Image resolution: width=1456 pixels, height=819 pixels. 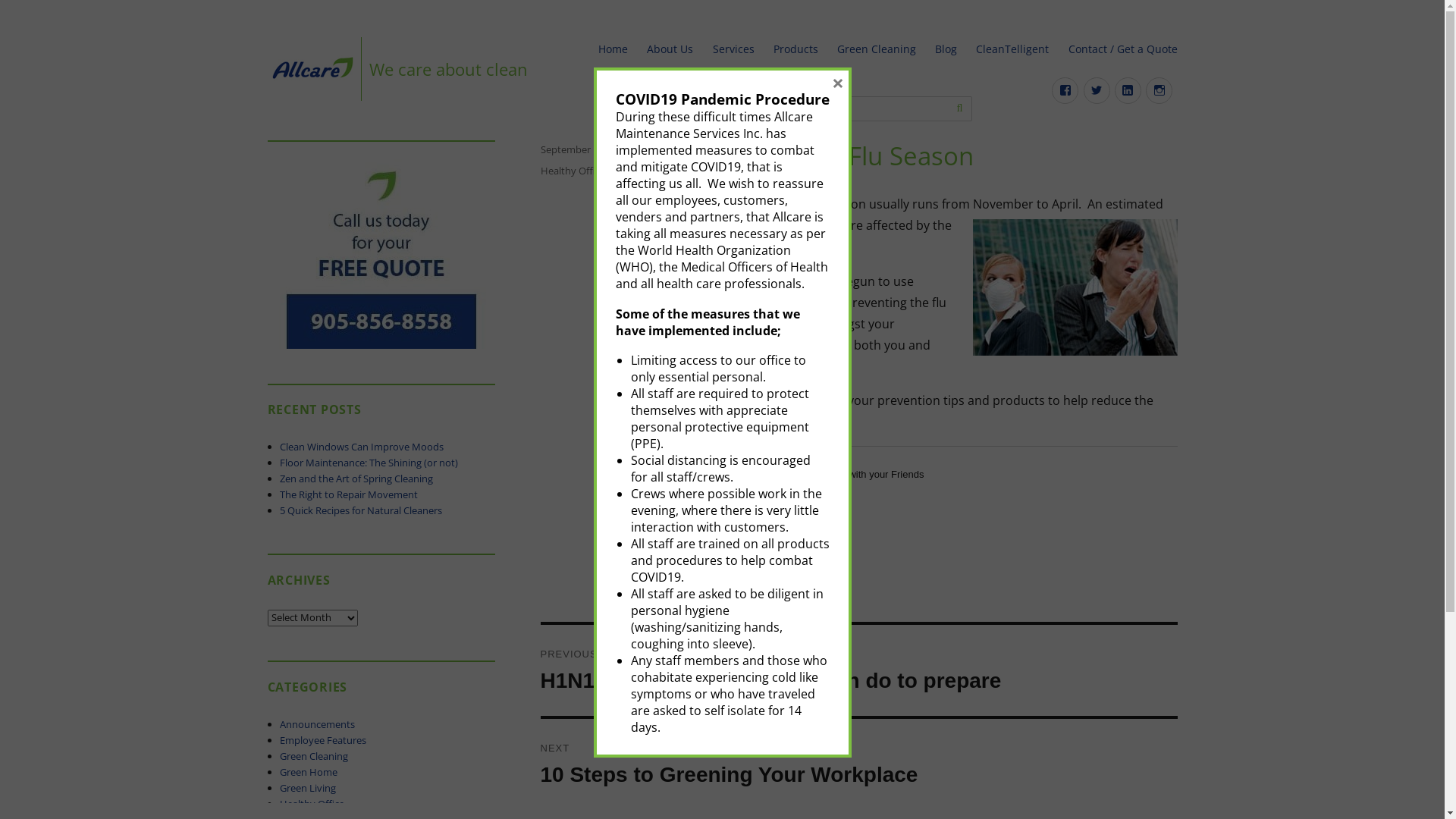 I want to click on 'Products', so click(x=795, y=49).